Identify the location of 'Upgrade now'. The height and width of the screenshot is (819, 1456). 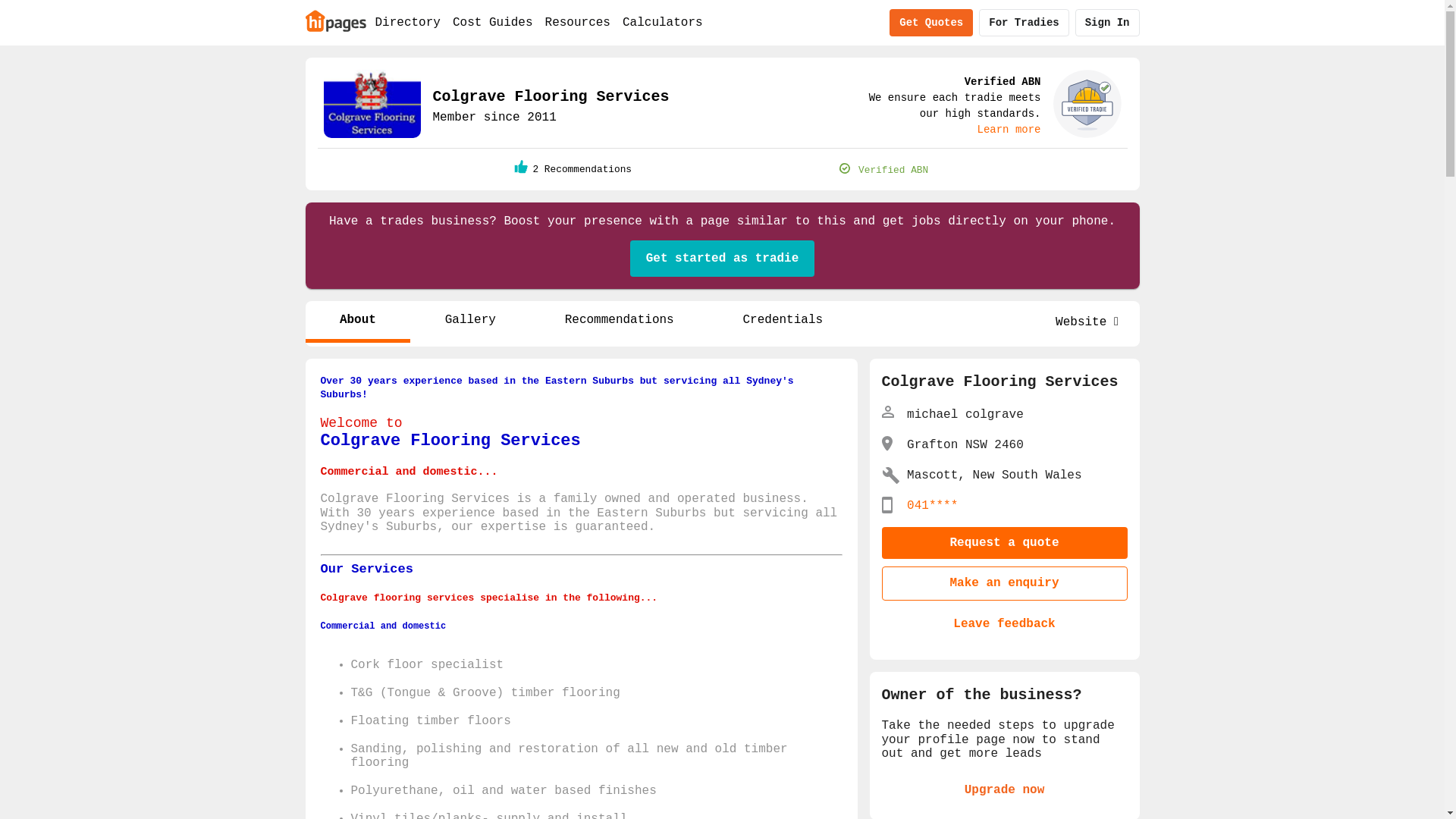
(1004, 789).